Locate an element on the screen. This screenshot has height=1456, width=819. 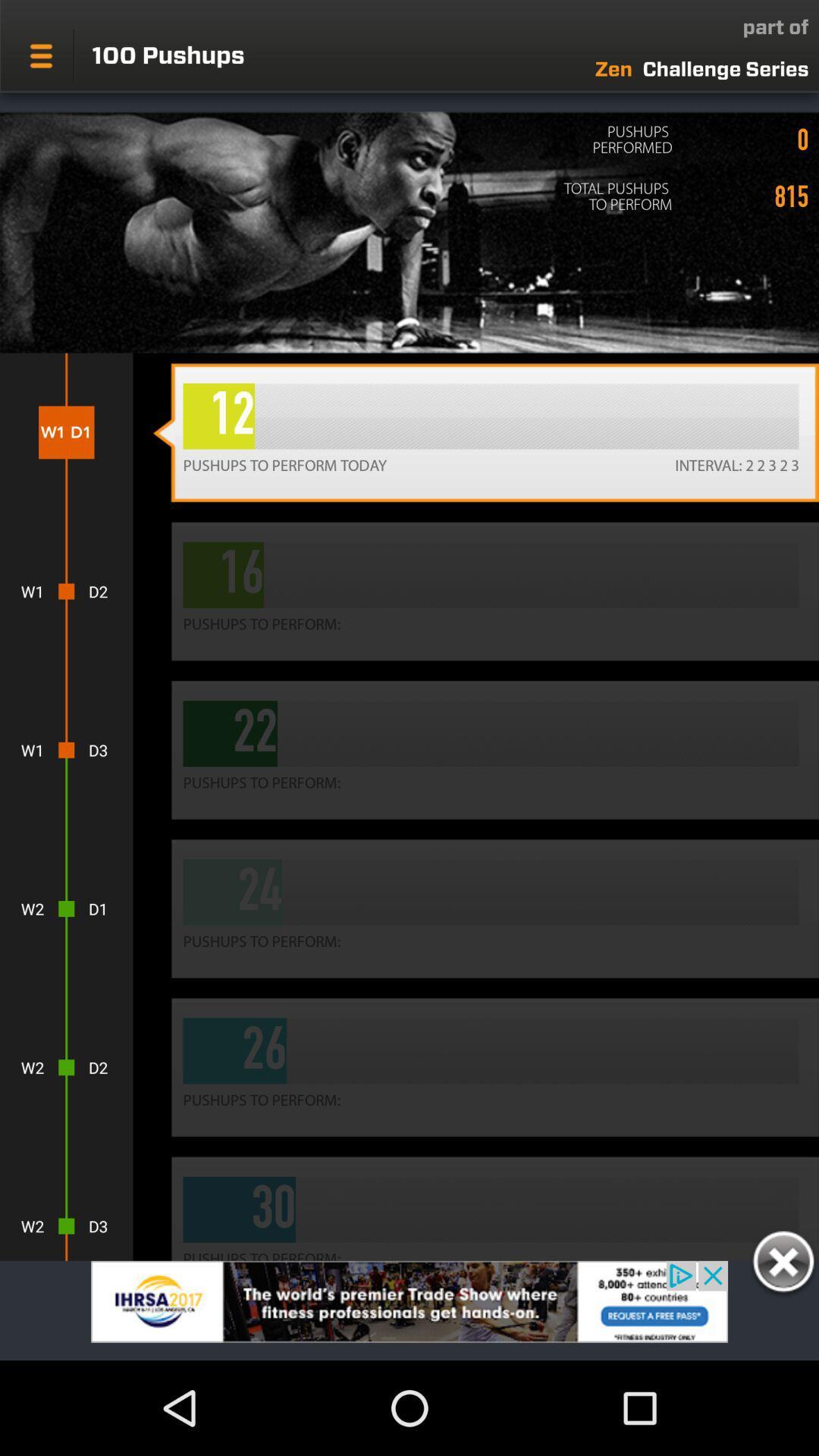
advertisement is located at coordinates (409, 1310).